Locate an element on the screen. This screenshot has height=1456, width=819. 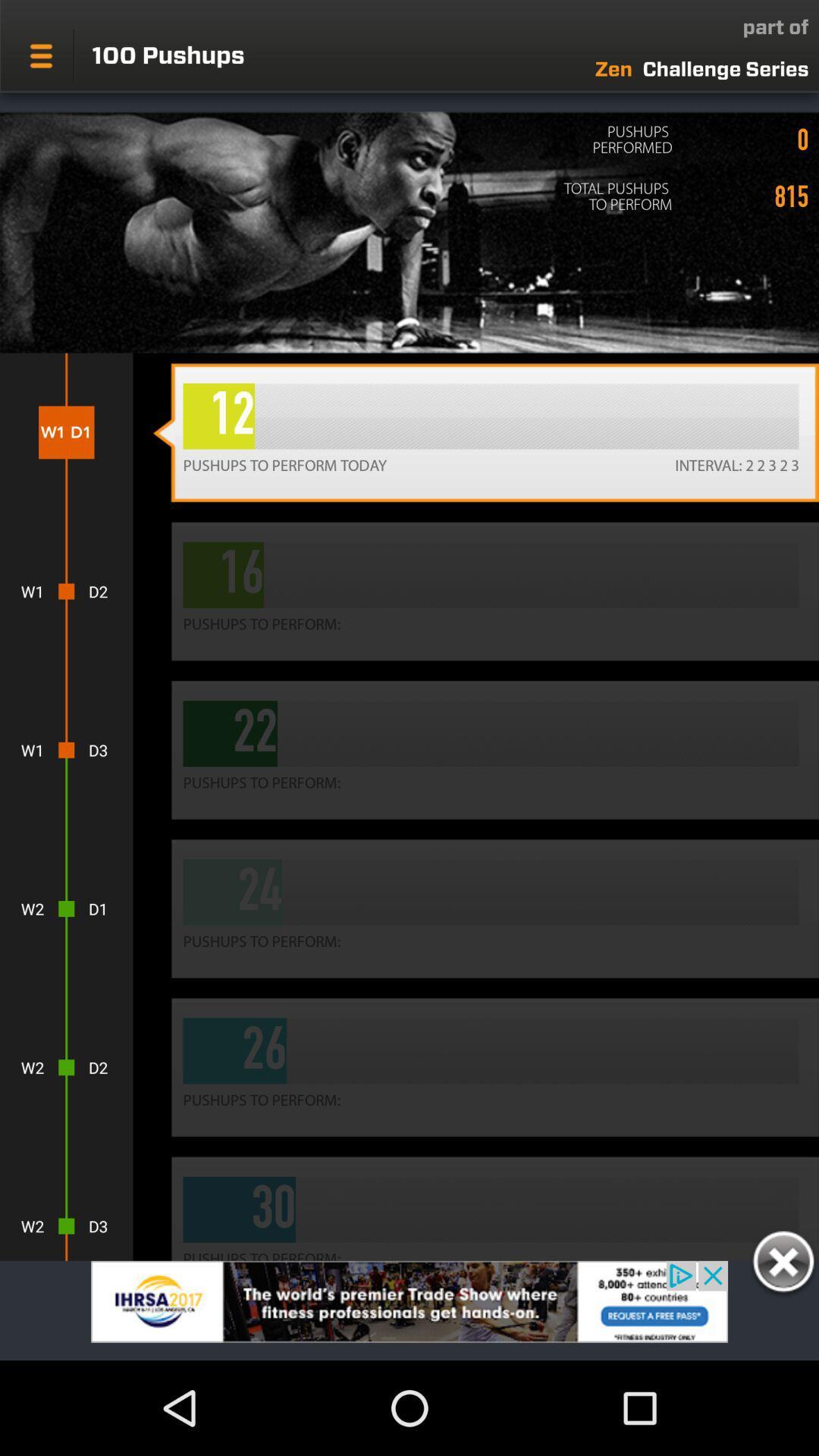
advertisement is located at coordinates (409, 1310).